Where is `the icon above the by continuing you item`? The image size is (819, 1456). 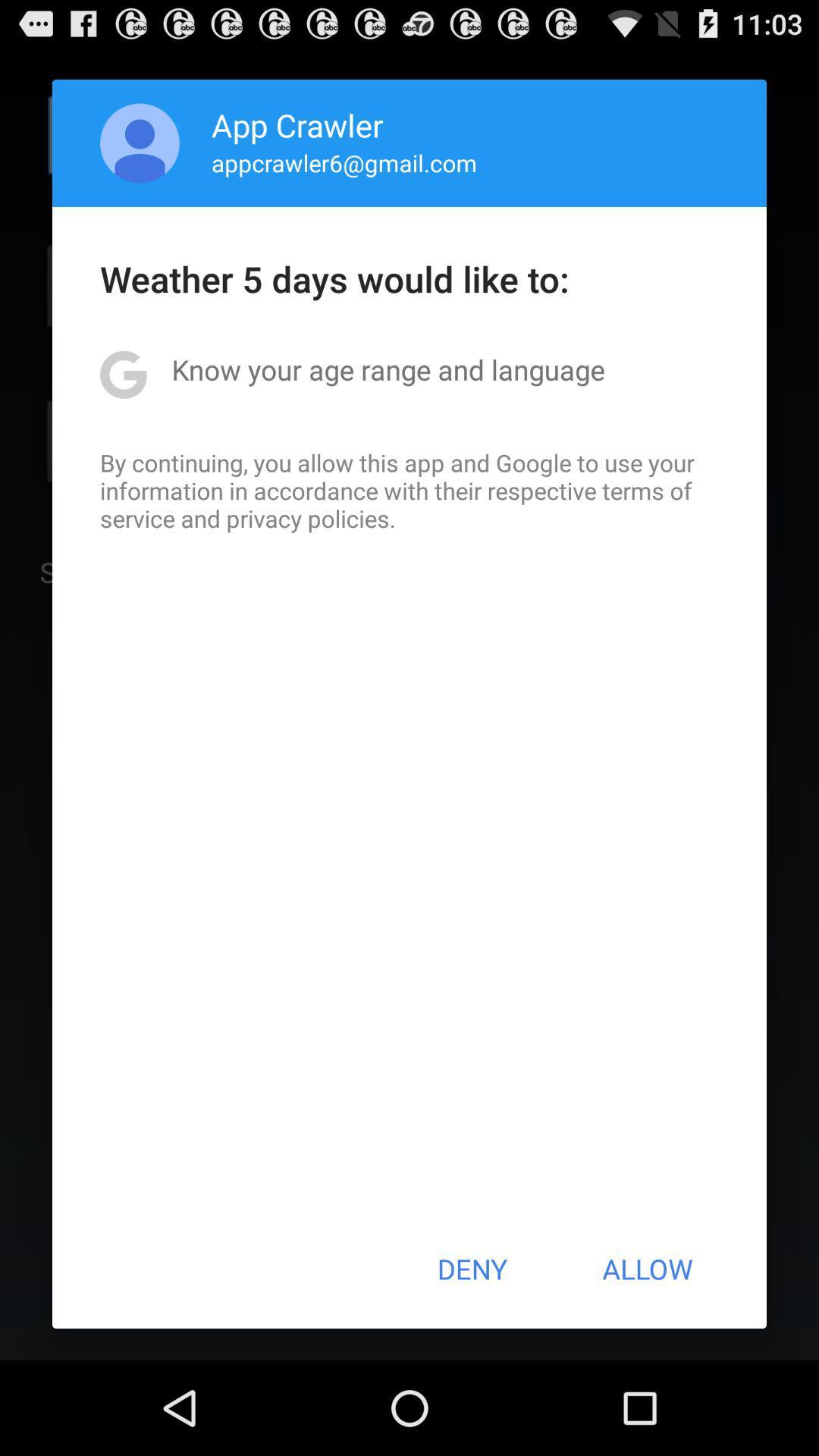
the icon above the by continuing you item is located at coordinates (388, 369).